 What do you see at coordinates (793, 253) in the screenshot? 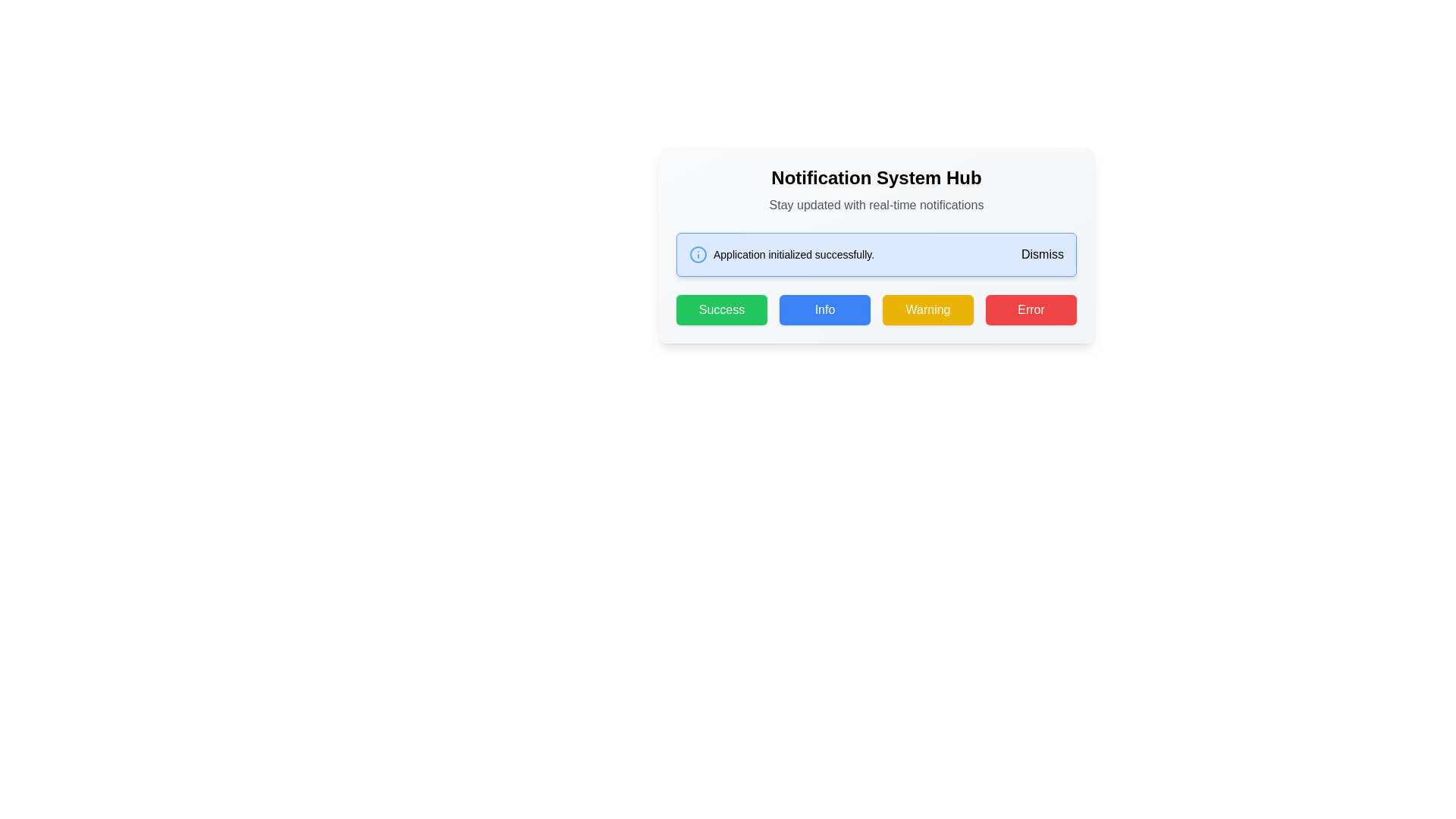
I see `the text label displaying 'Application initialized successfully.' which is located in the notification area, adjacent to the information icon and to the left of the dismiss button` at bounding box center [793, 253].